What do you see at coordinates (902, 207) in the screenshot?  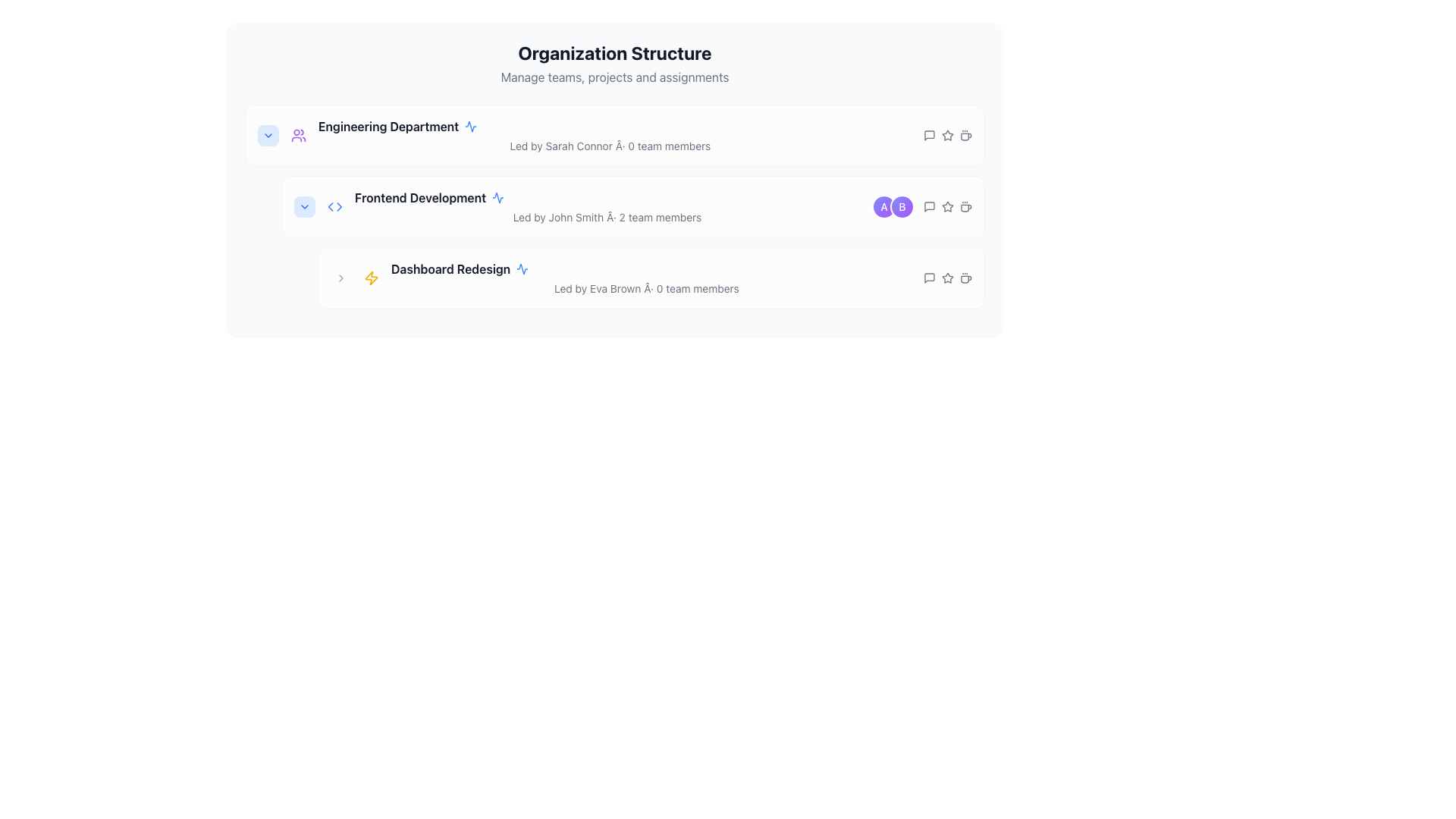 I see `the second avatar icon-button representing a team member in the Frontend Development row` at bounding box center [902, 207].